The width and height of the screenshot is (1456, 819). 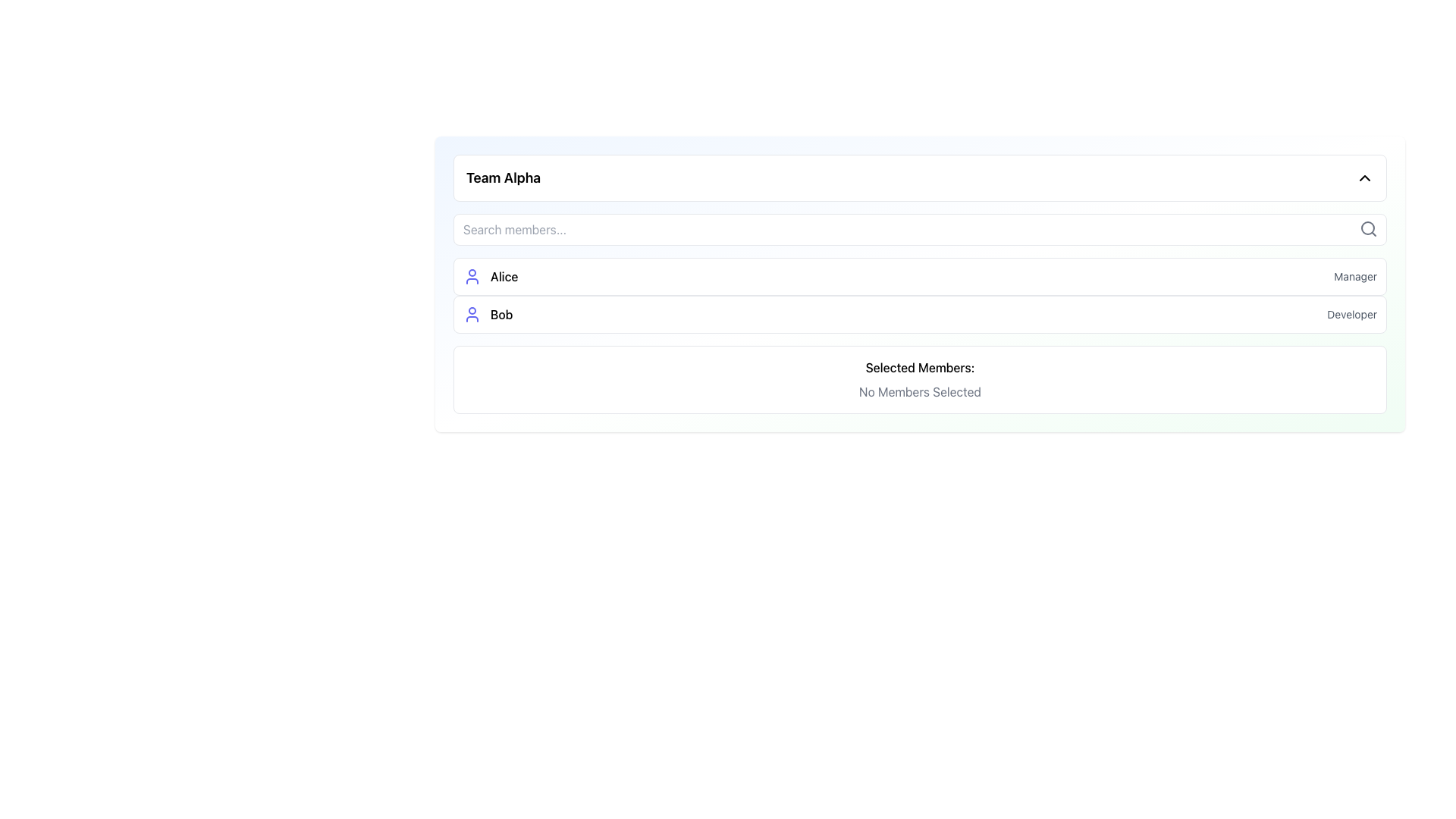 I want to click on user avatar icon that is indigo in color, located to the left of the name 'Alice' in the team member list, so click(x=472, y=277).